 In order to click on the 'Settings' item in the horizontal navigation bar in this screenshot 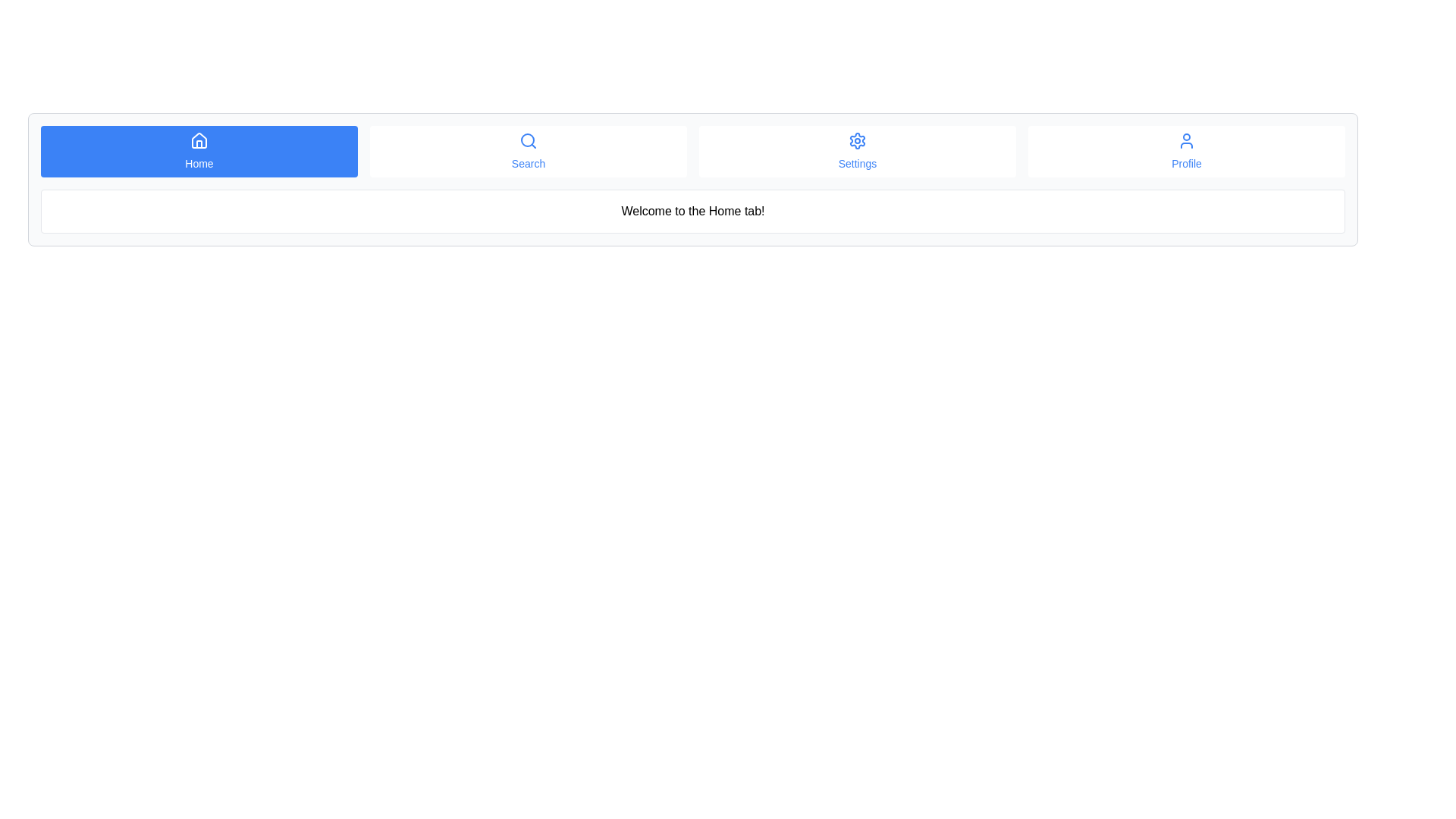, I will do `click(692, 152)`.